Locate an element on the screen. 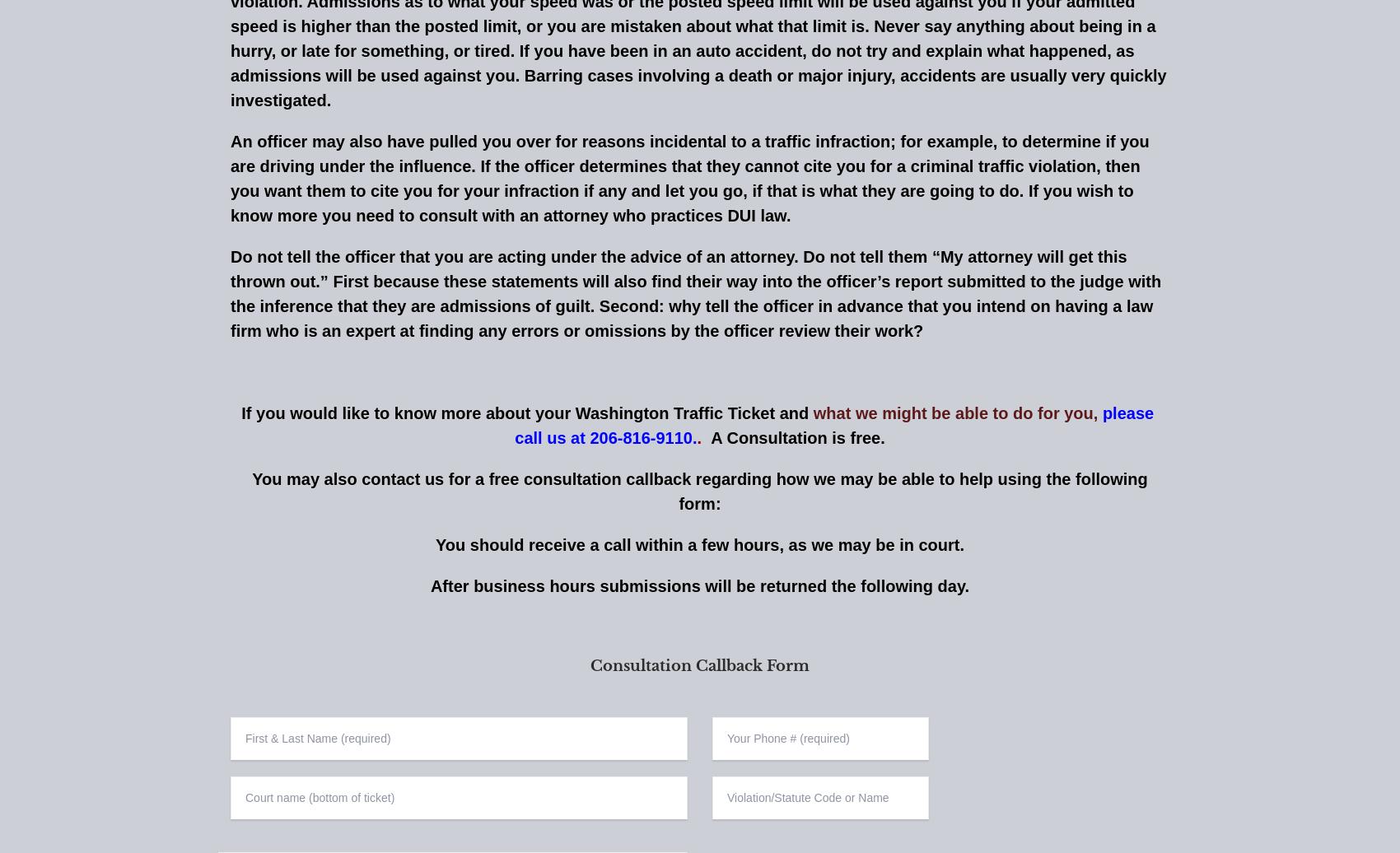  'An officer may also have pulled you over for reasons incidental to a traffic infraction; for example, to determine if you are driving under the influence. If the officer determines that they cannot cite you for a criminal traffic violation, then you want them to cite you for your infraction if any and let you go, if that is what they are going to do. If you wish to know more you need to consult with an attorney who practices DUI law.' is located at coordinates (688, 178).